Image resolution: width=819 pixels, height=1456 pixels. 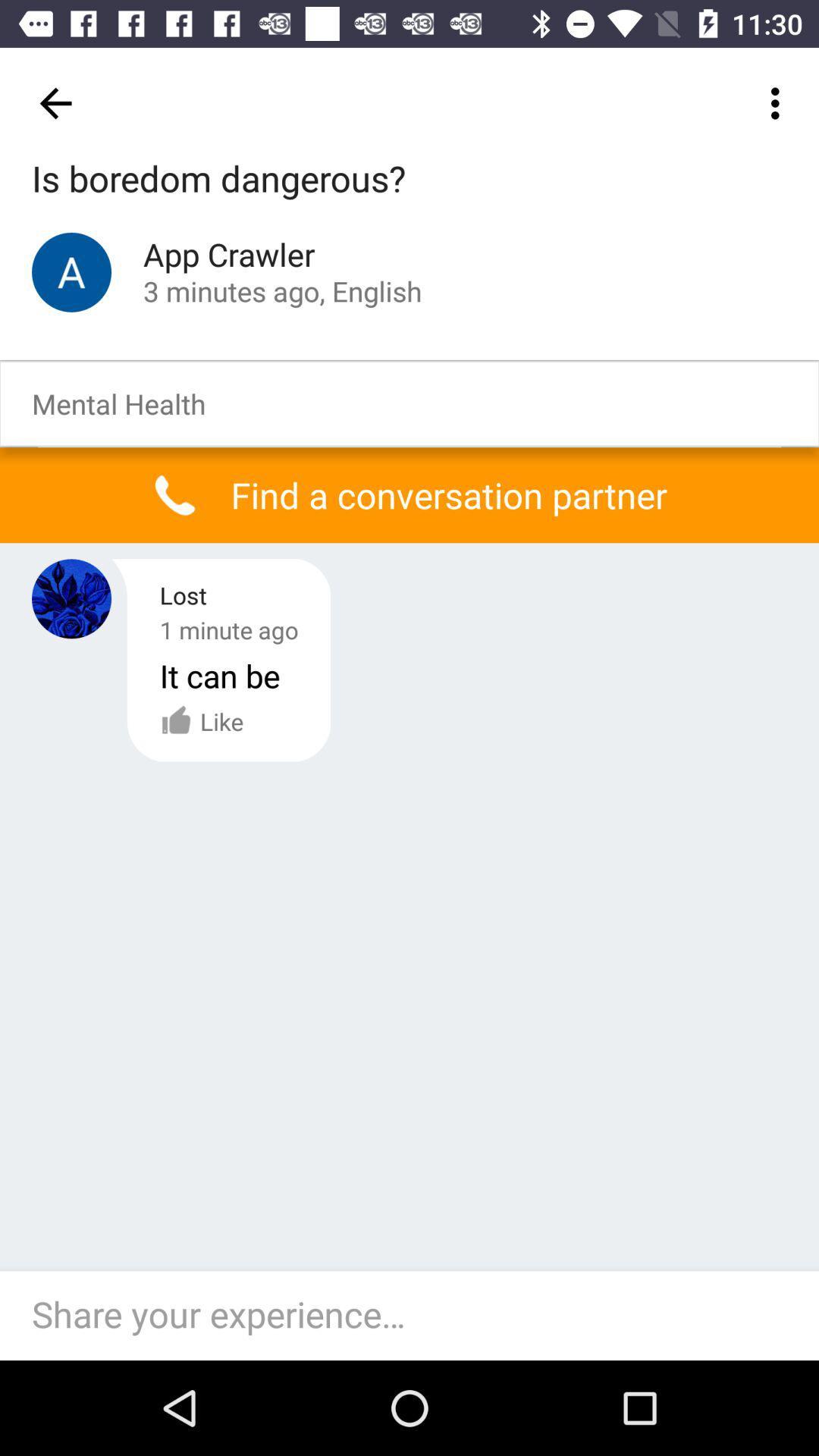 What do you see at coordinates (71, 272) in the screenshot?
I see `contact icon` at bounding box center [71, 272].